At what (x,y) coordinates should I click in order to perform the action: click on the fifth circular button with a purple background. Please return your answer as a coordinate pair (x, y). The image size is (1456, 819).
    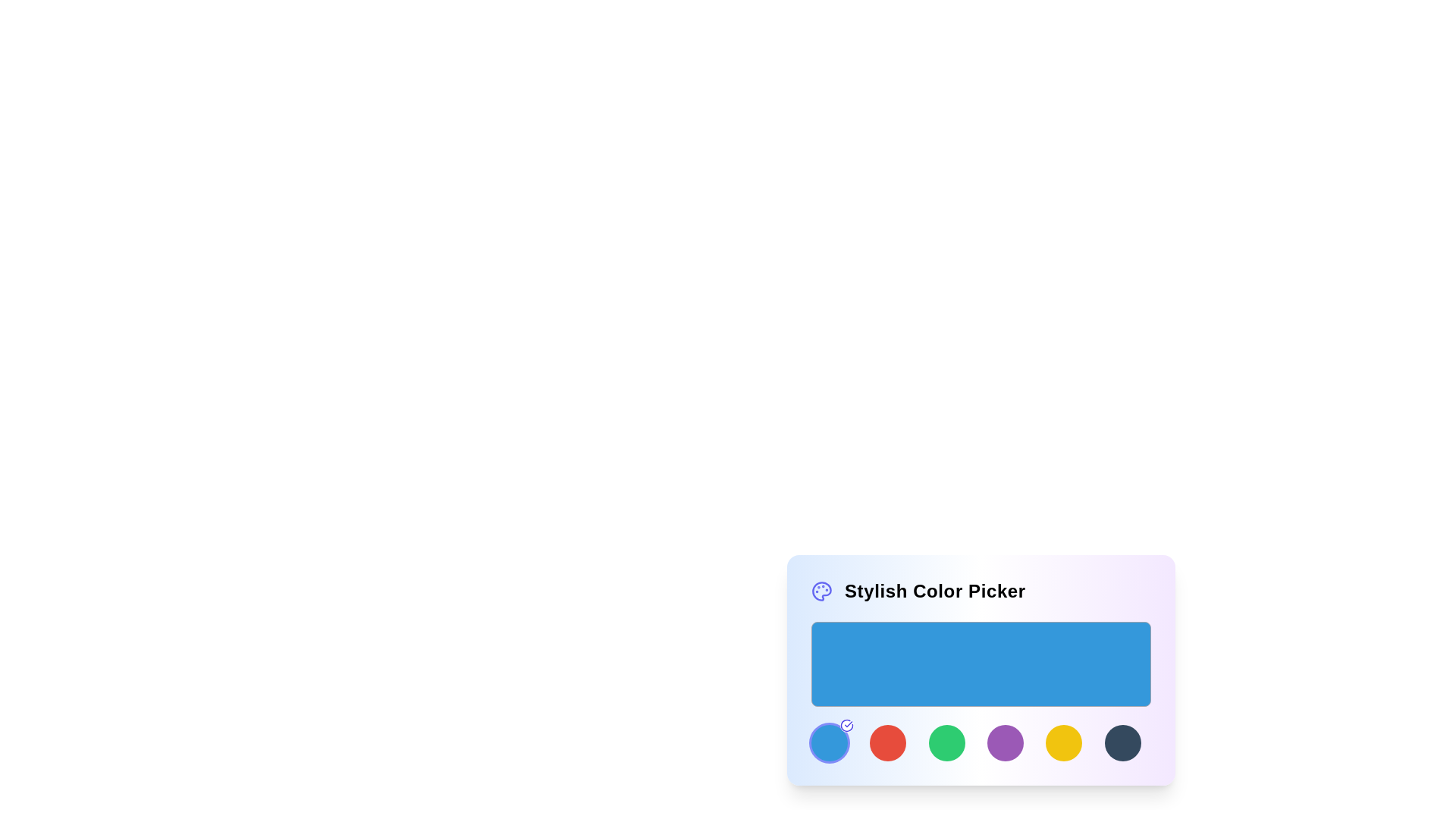
    Looking at the image, I should click on (1005, 742).